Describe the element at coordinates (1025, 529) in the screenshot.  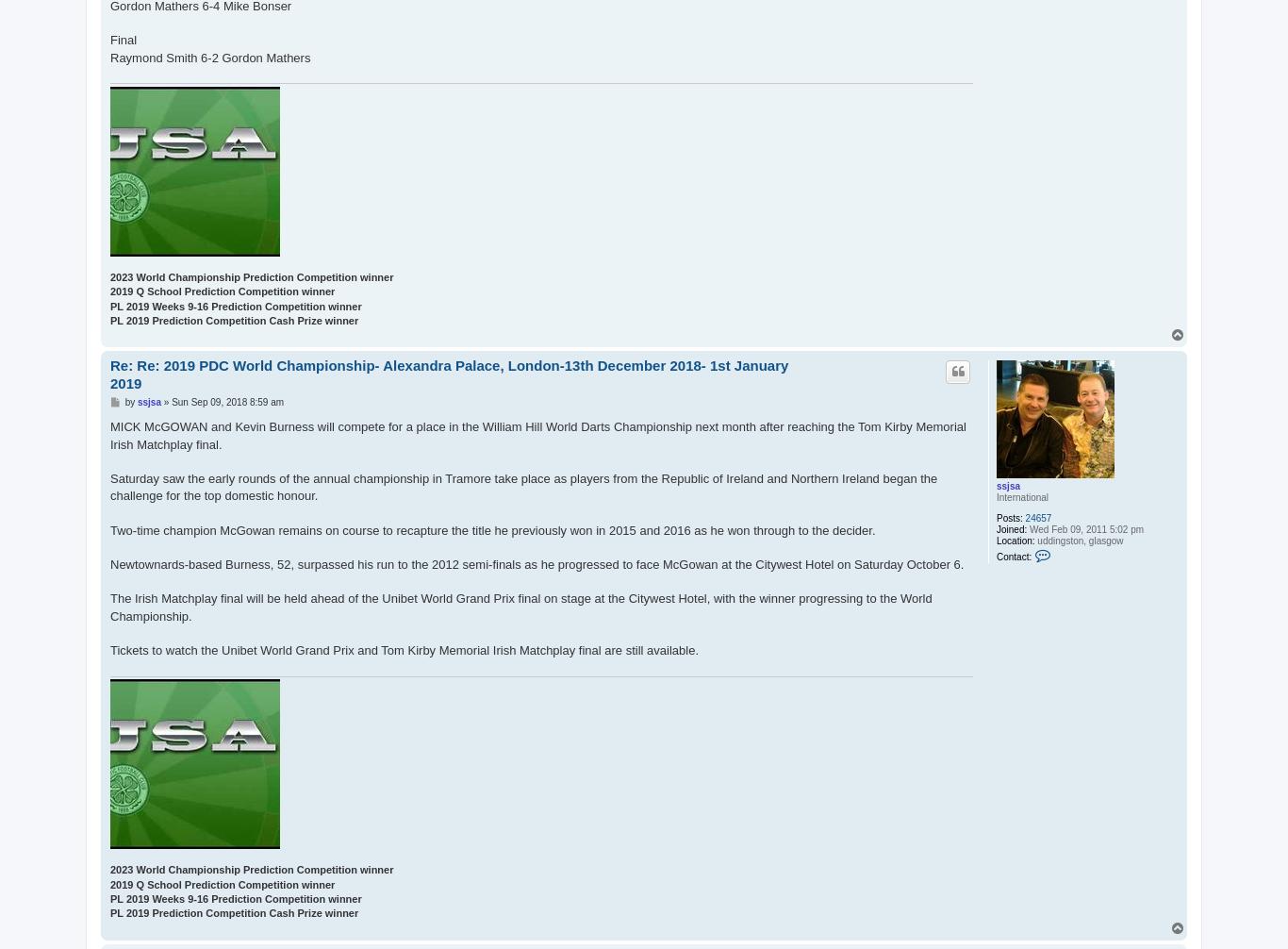
I see `'Wed Feb 09, 2011 5:02 pm'` at that location.